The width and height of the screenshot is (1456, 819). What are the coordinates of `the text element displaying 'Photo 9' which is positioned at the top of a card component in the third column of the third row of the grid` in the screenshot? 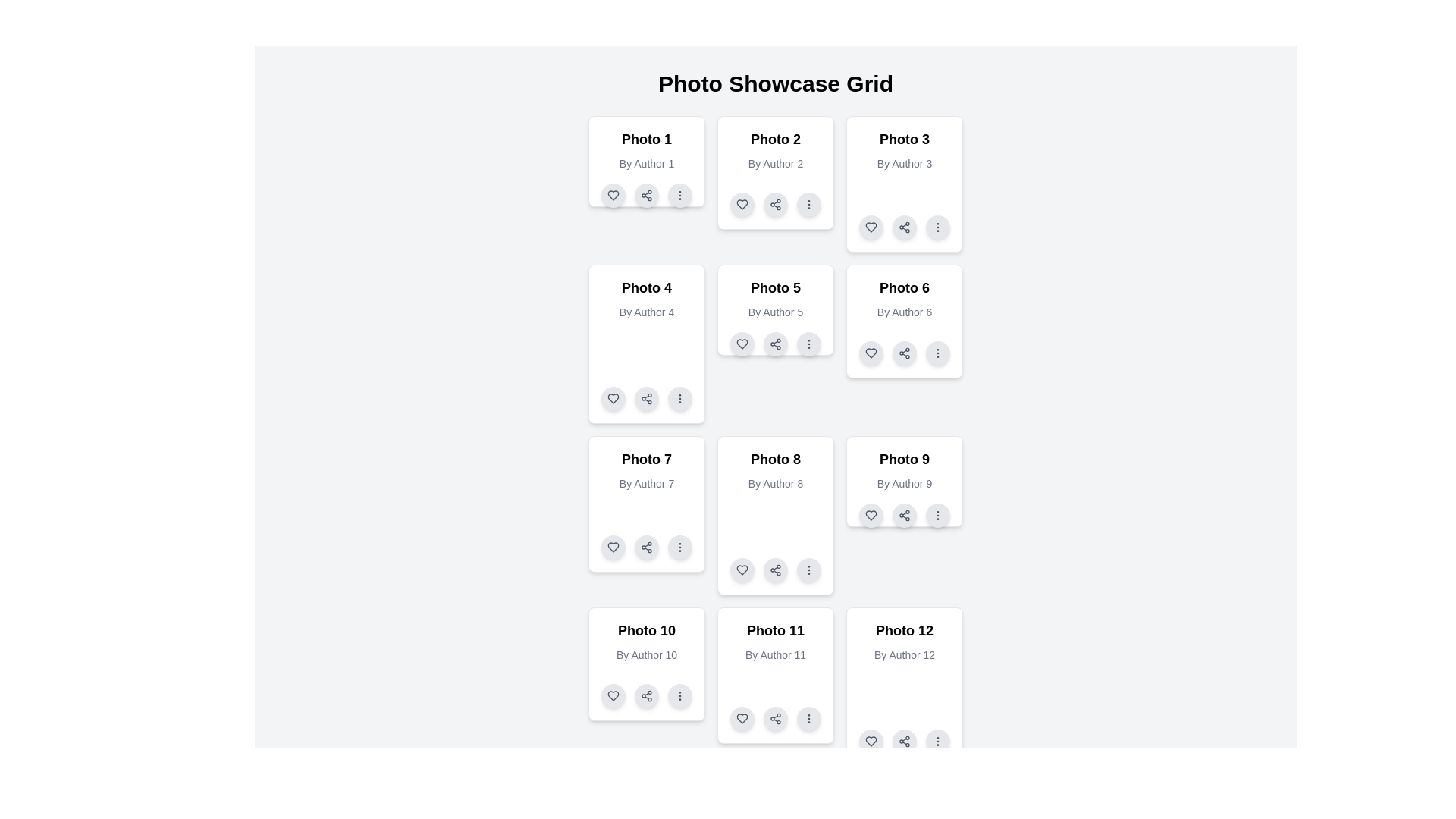 It's located at (905, 458).